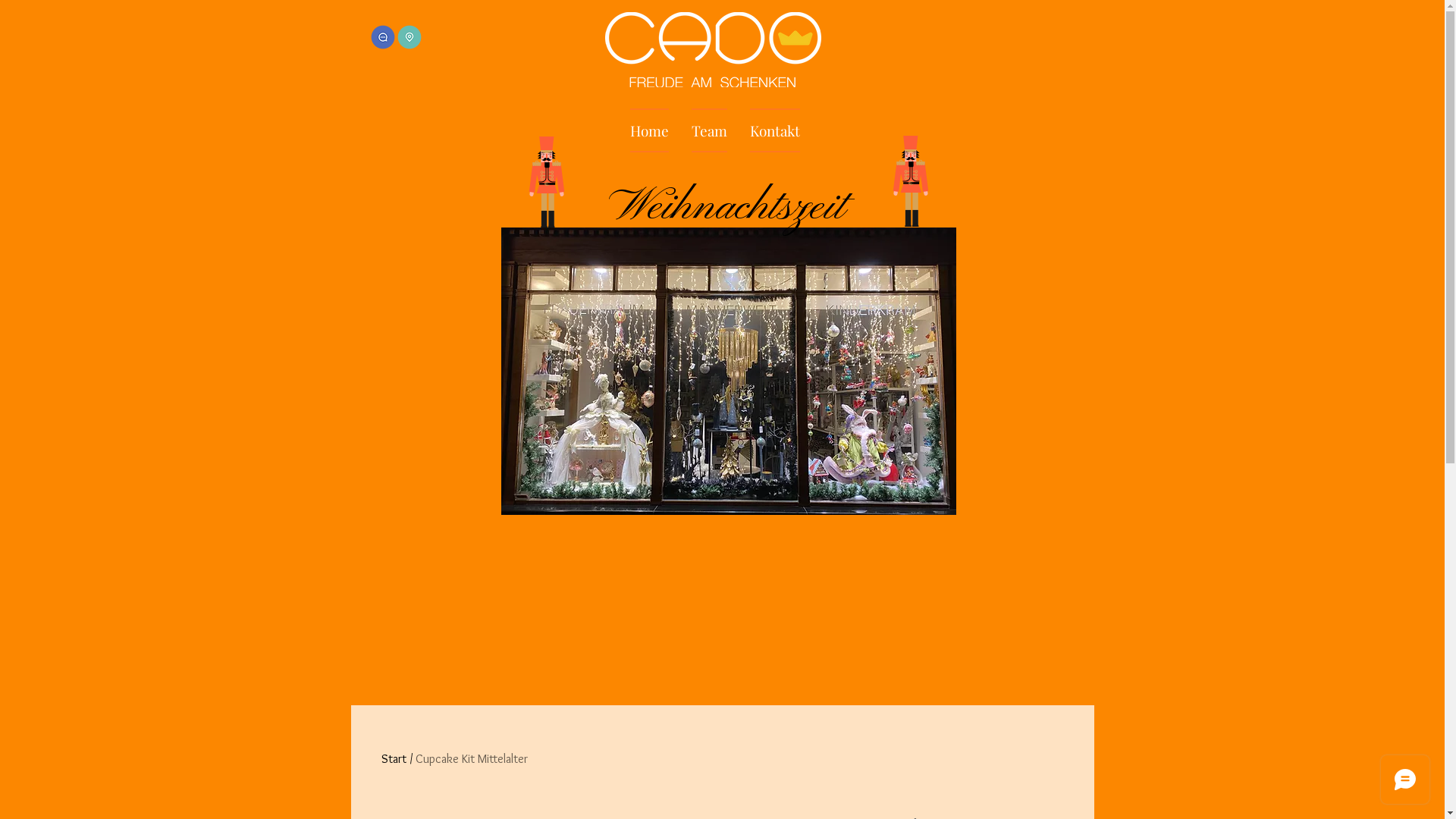 Image resolution: width=1456 pixels, height=819 pixels. What do you see at coordinates (775, 130) in the screenshot?
I see `'Kontakt'` at bounding box center [775, 130].